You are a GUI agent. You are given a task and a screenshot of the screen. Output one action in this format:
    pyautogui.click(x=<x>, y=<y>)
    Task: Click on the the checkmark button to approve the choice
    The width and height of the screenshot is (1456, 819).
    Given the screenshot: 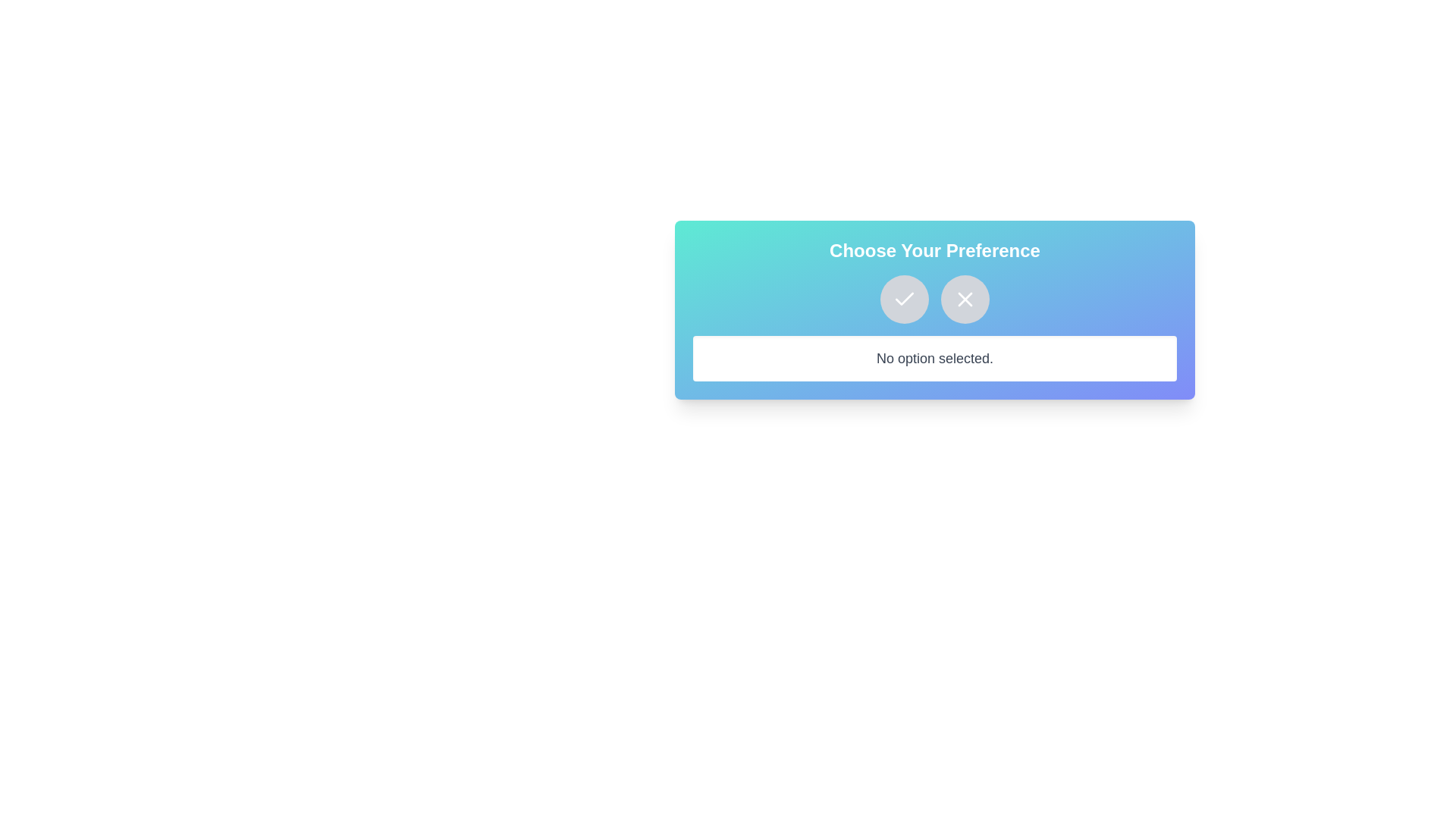 What is the action you would take?
    pyautogui.click(x=905, y=299)
    